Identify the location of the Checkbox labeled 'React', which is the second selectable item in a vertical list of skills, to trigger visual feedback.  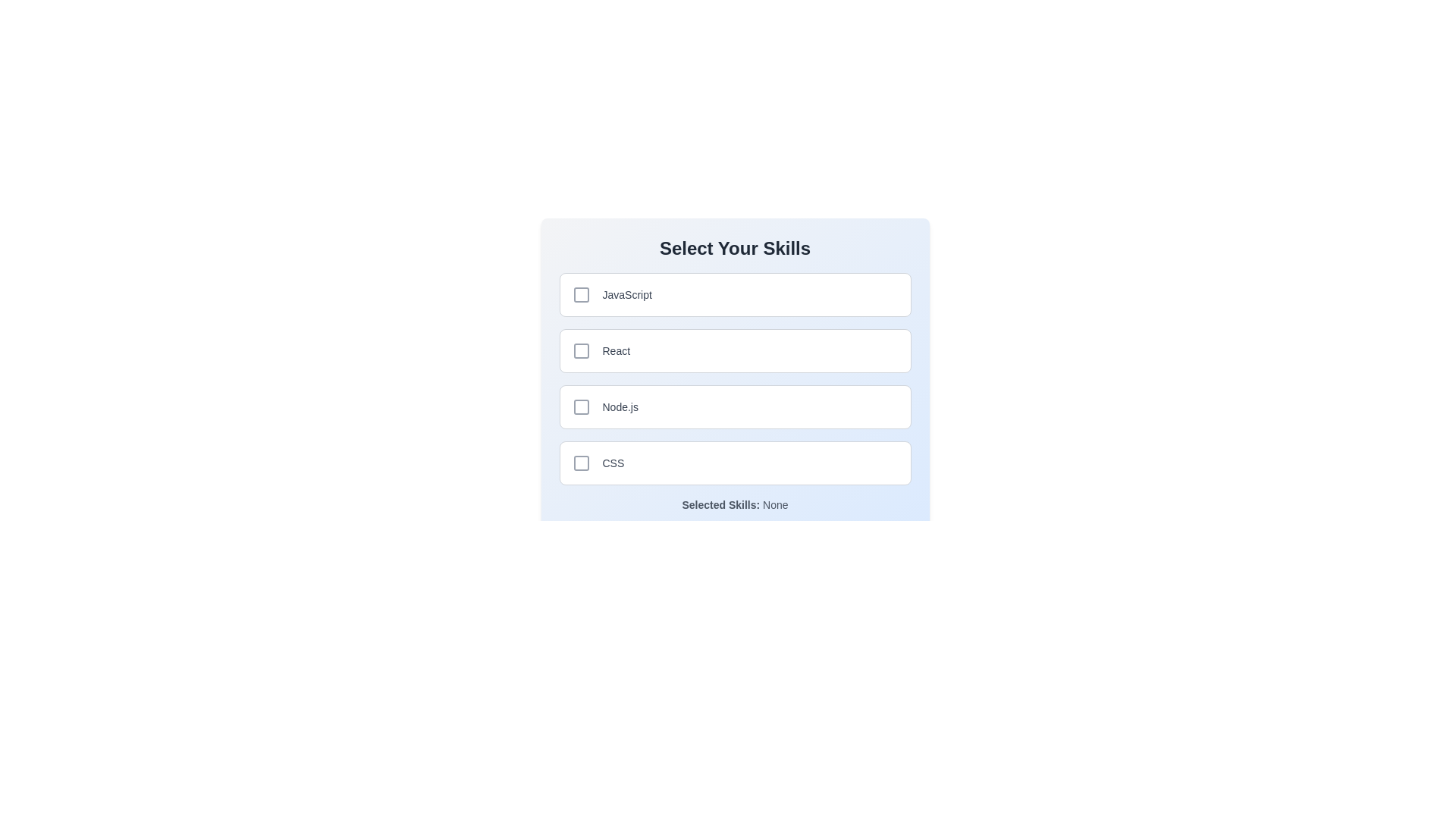
(735, 350).